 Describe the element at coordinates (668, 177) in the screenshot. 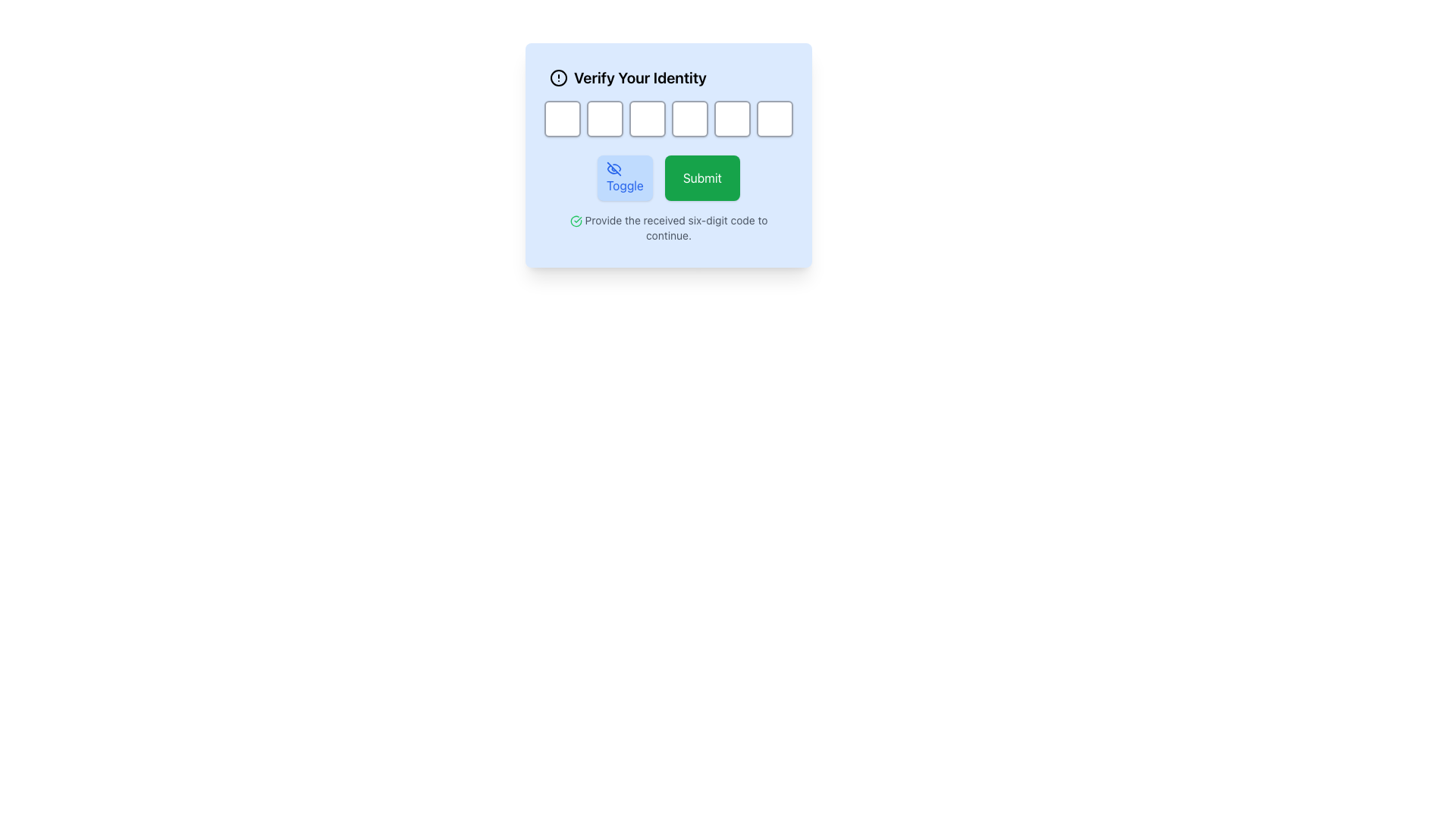

I see `the Submit button located within the composite element containing two buttons, positioned below the text input fields for the six-digit code entry` at that location.